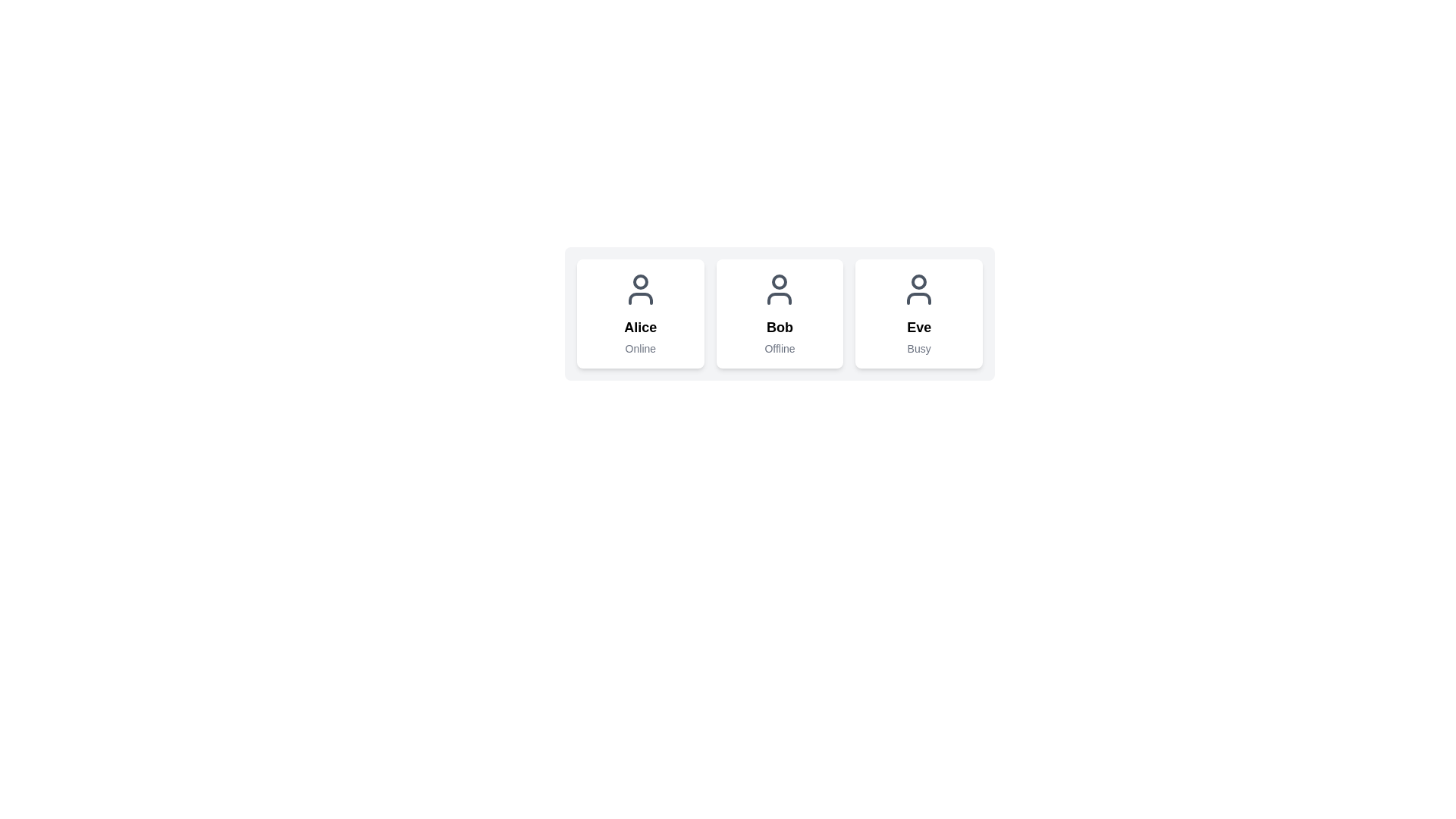  What do you see at coordinates (640, 312) in the screenshot?
I see `the profile card displaying the user's name 'Alice' and status 'Online', which is the first element in a horizontal arrangement of three cards` at bounding box center [640, 312].